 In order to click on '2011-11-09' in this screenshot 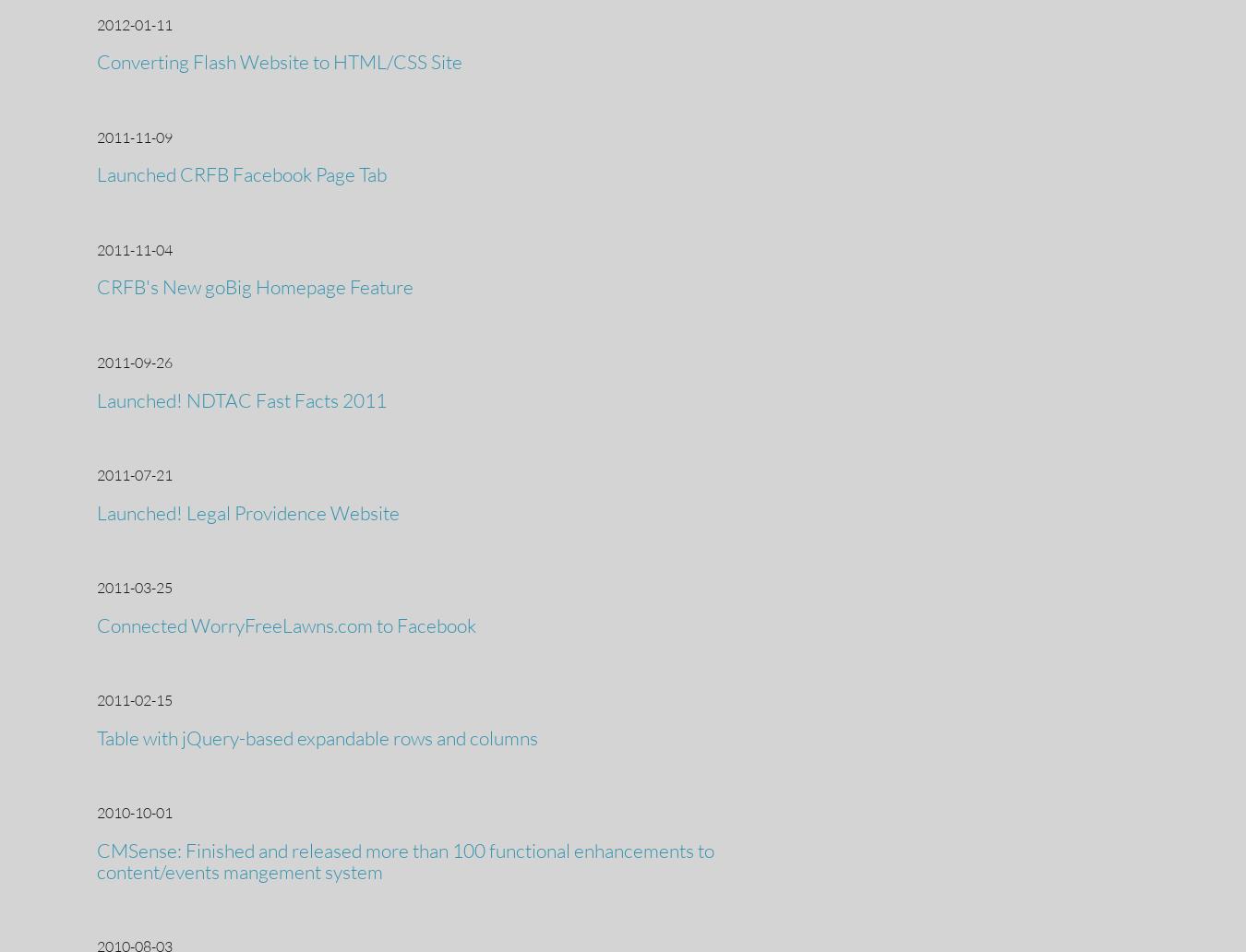, I will do `click(134, 135)`.